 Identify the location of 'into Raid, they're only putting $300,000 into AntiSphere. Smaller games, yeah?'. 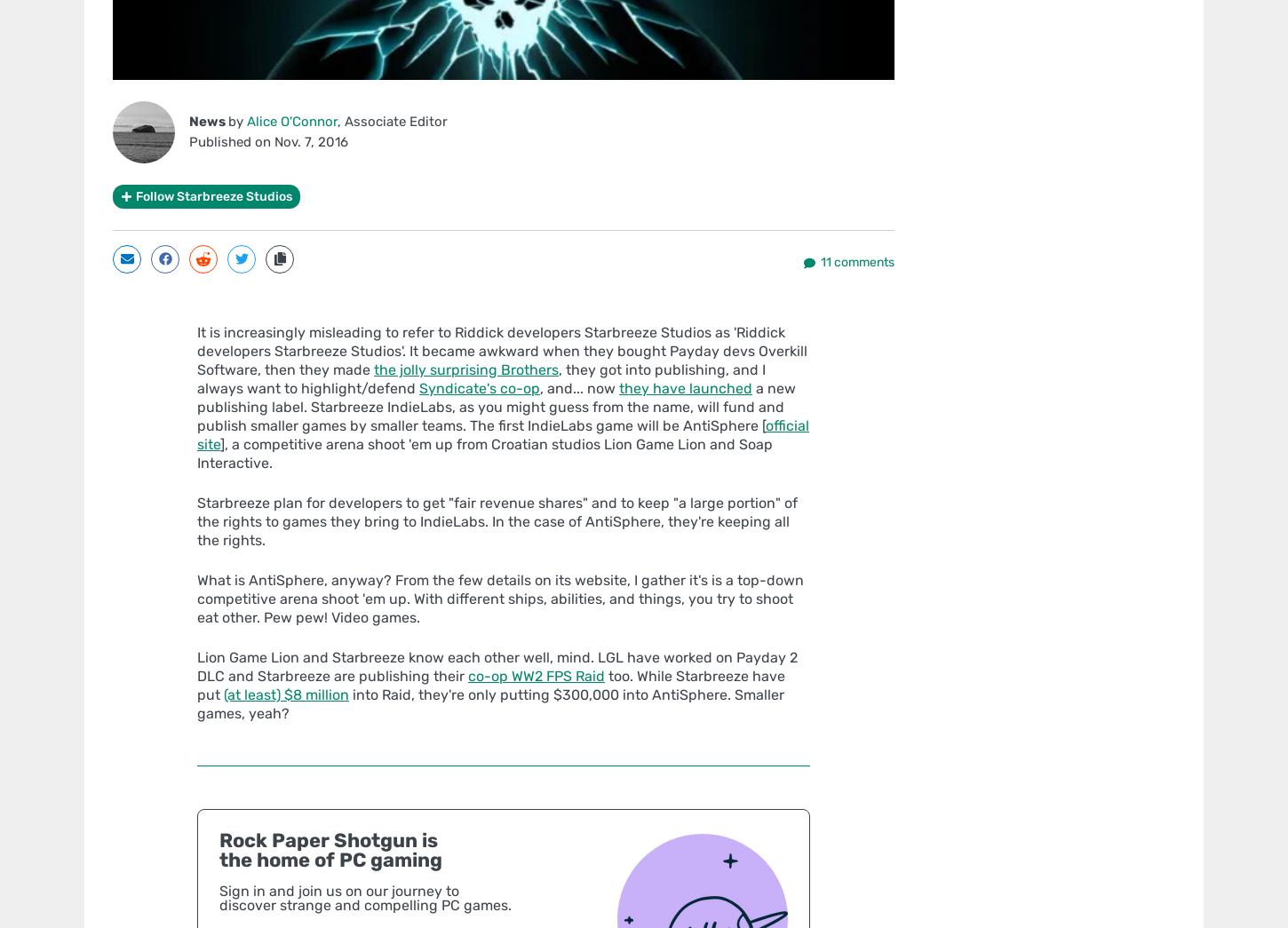
(195, 703).